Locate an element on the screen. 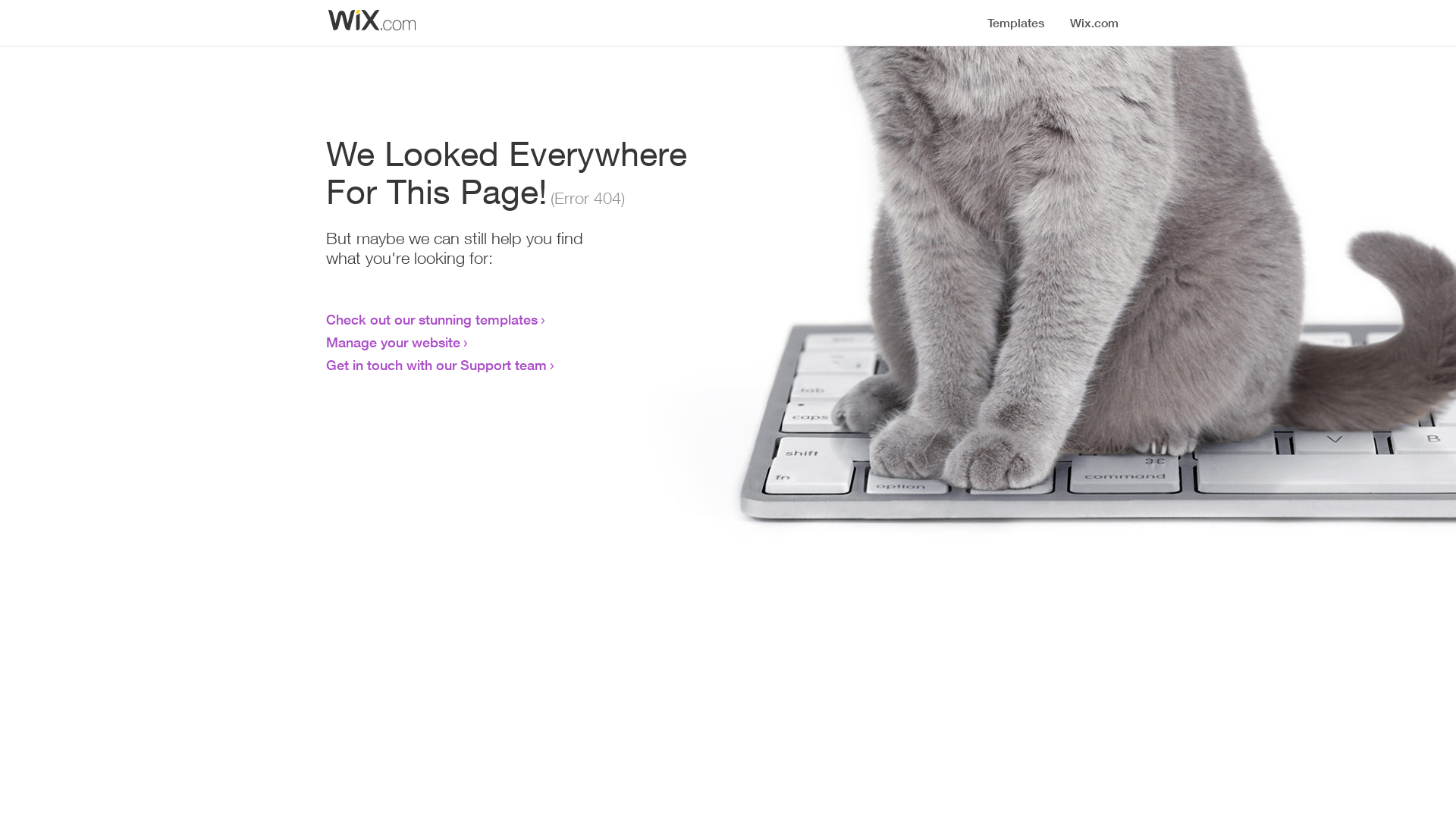  'Check out our stunning templates' is located at coordinates (325, 318).